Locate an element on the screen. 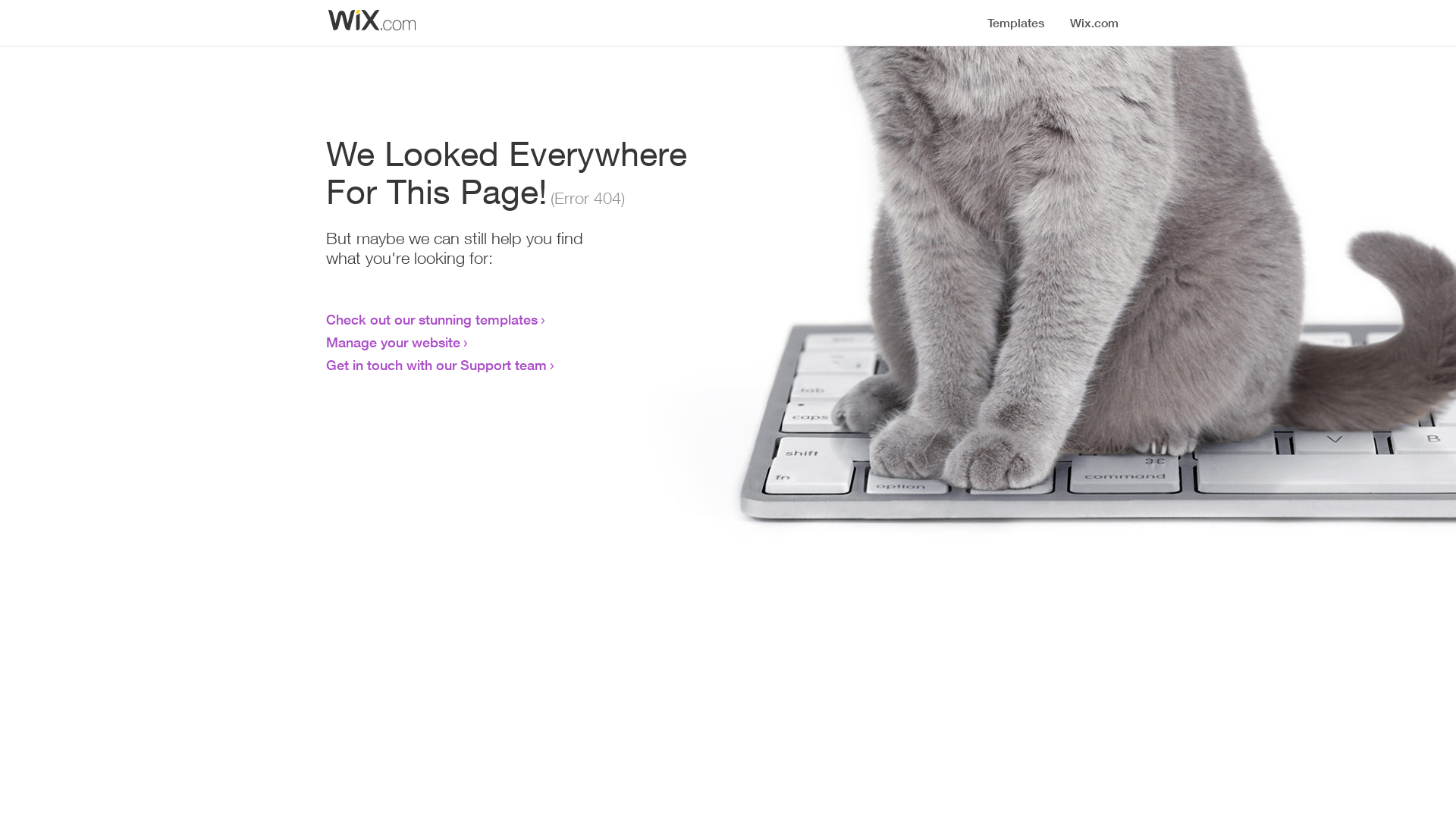  'Check out our stunning templates' is located at coordinates (325, 318).